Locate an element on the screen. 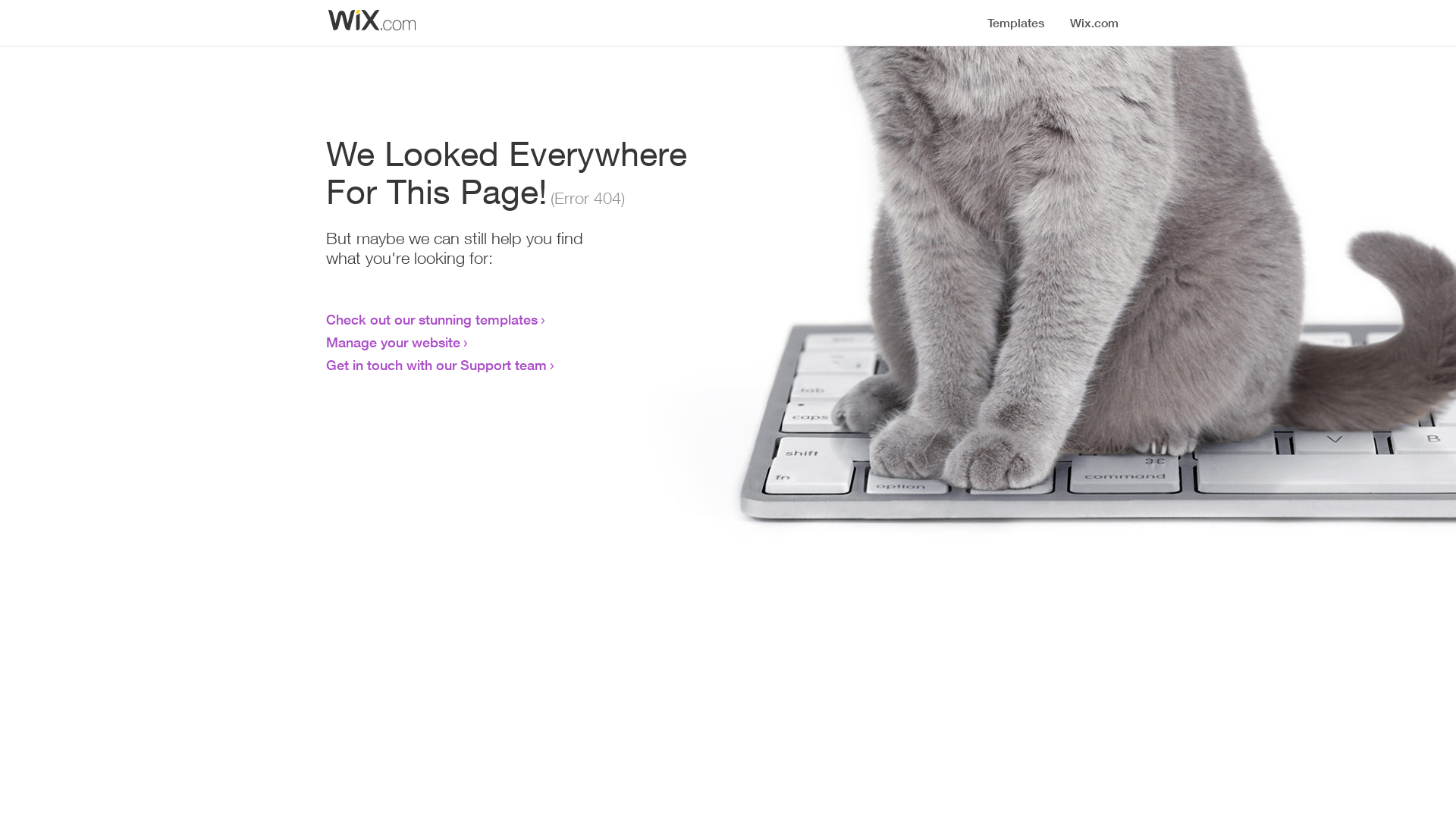  'Check out our stunning templates' is located at coordinates (325, 318).